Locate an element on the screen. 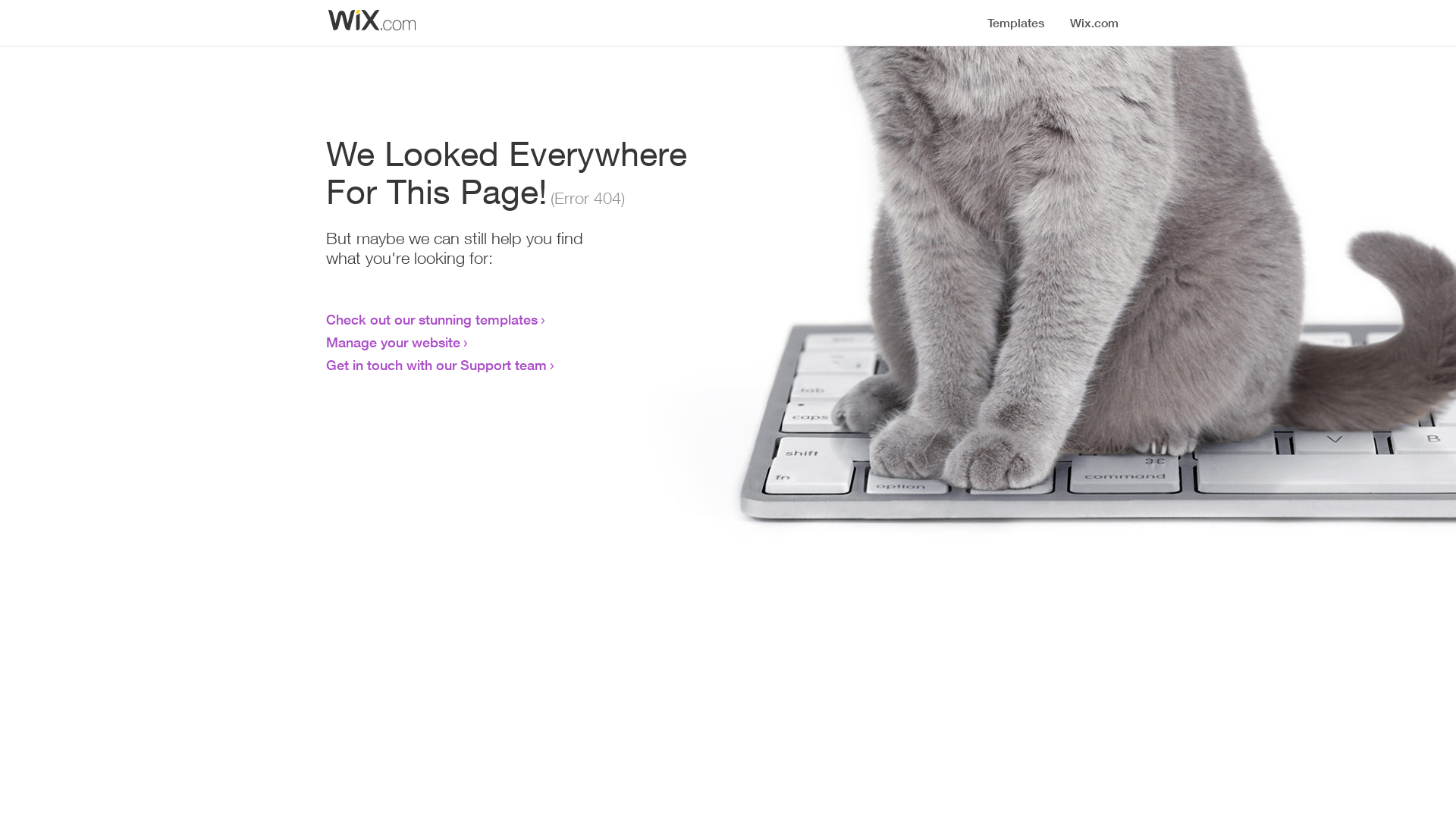  'Check out our stunning templates' is located at coordinates (325, 318).